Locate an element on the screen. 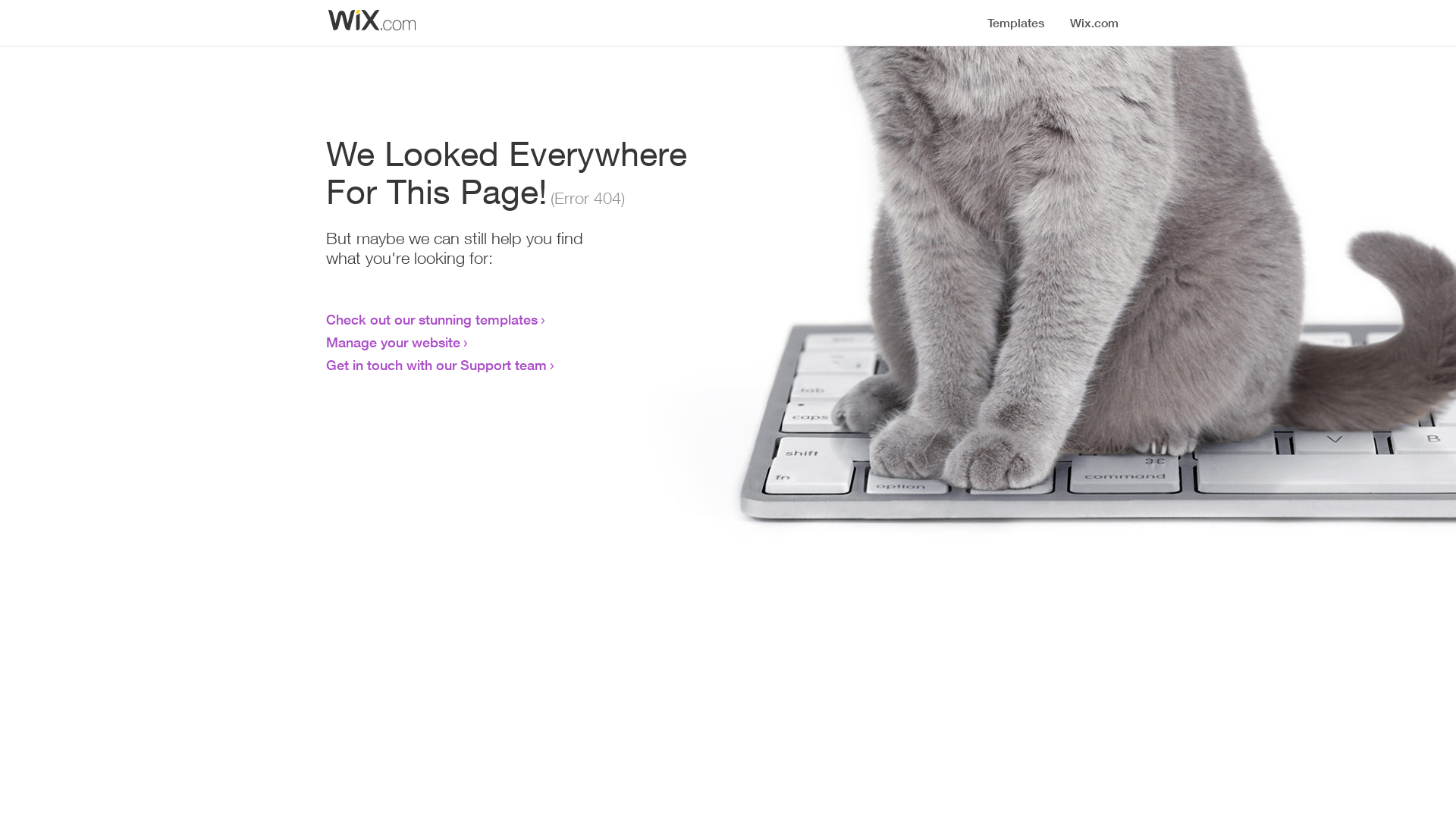  'Check out our stunning templates' is located at coordinates (325, 318).